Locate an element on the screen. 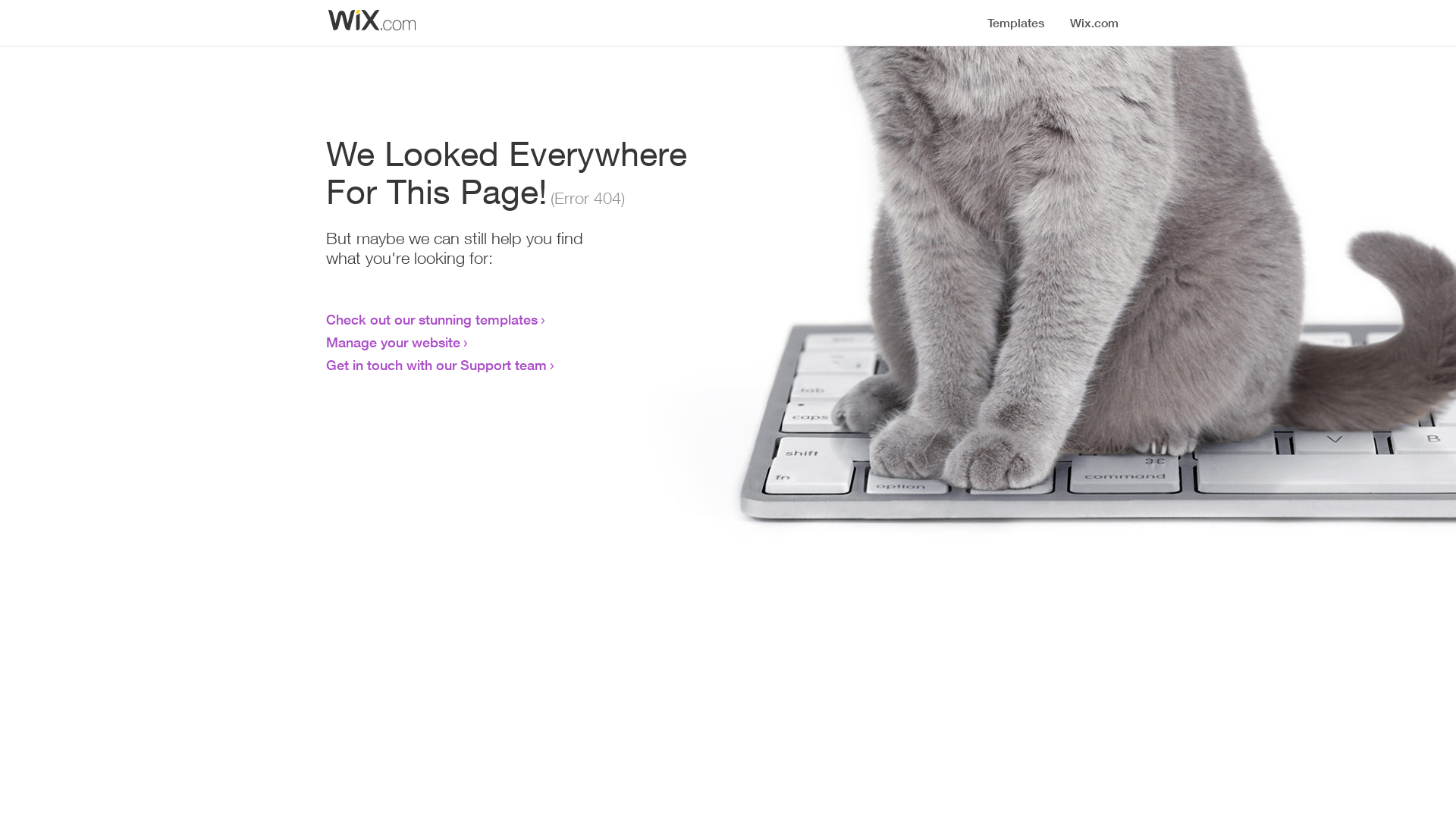  'Check out our stunning templates' is located at coordinates (325, 318).